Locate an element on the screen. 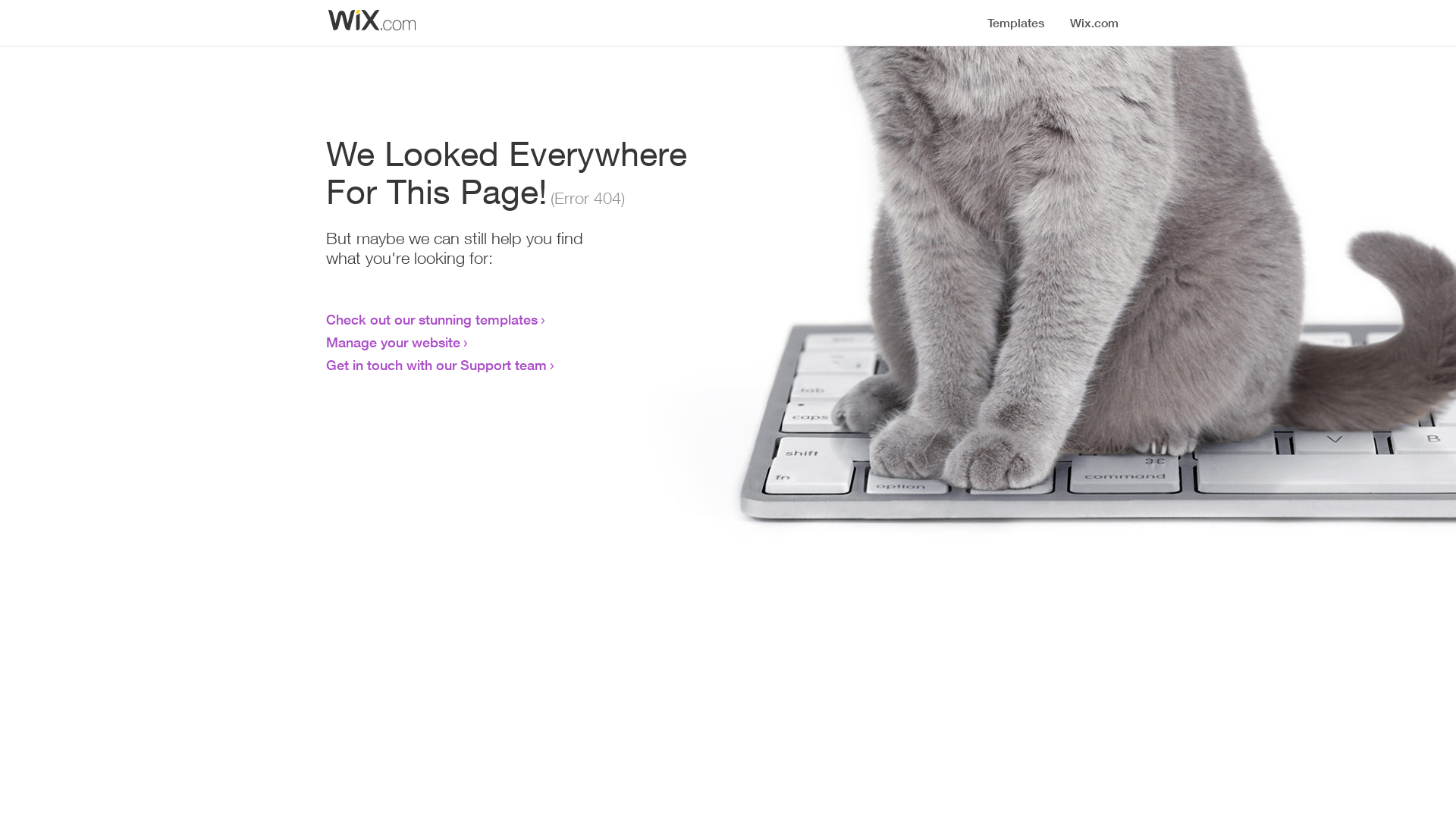  'Check out our stunning templates' is located at coordinates (325, 318).